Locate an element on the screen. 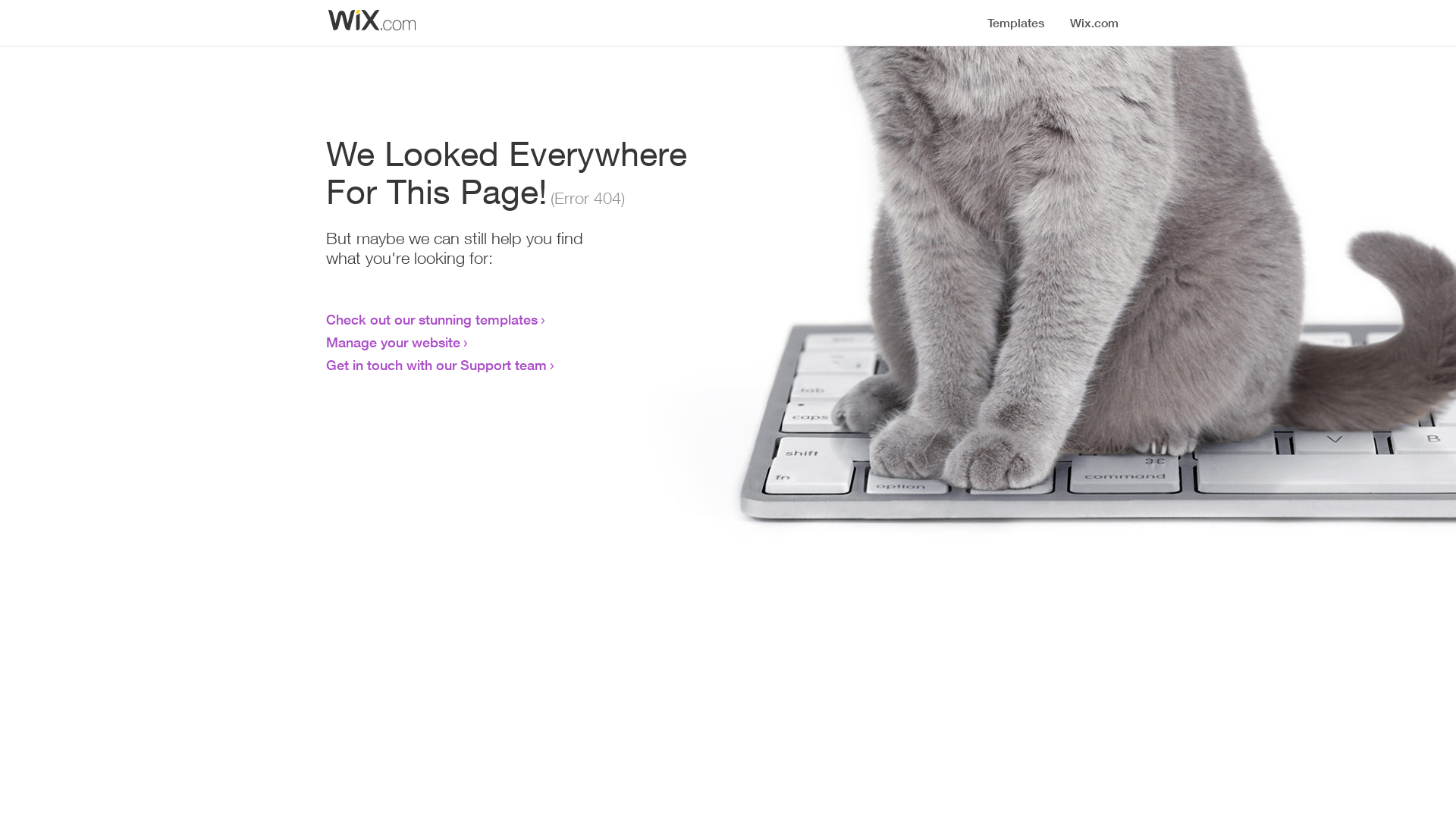  'Check out our stunning templates' is located at coordinates (325, 318).